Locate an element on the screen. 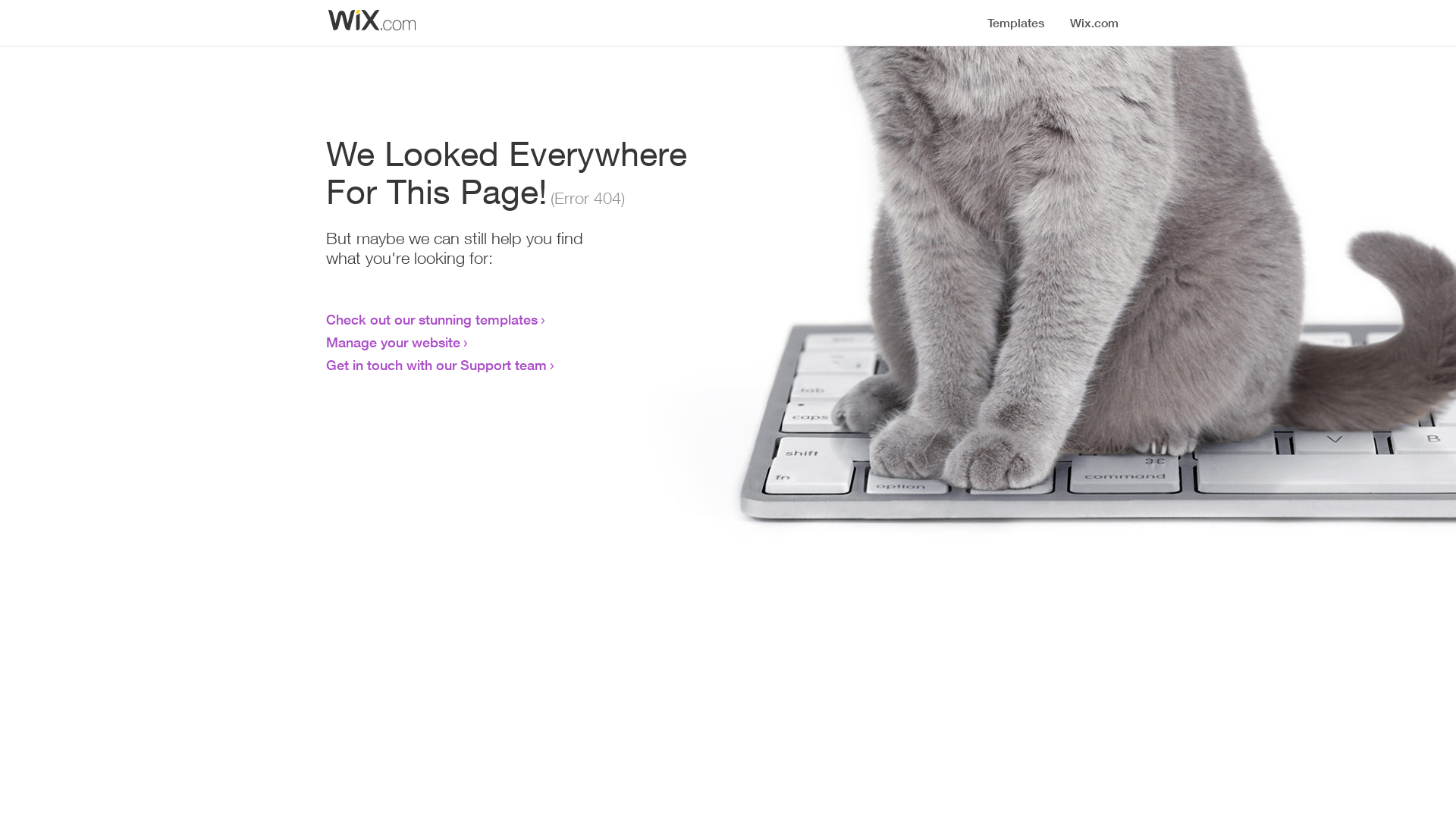  'Check out our stunning templates' is located at coordinates (325, 318).